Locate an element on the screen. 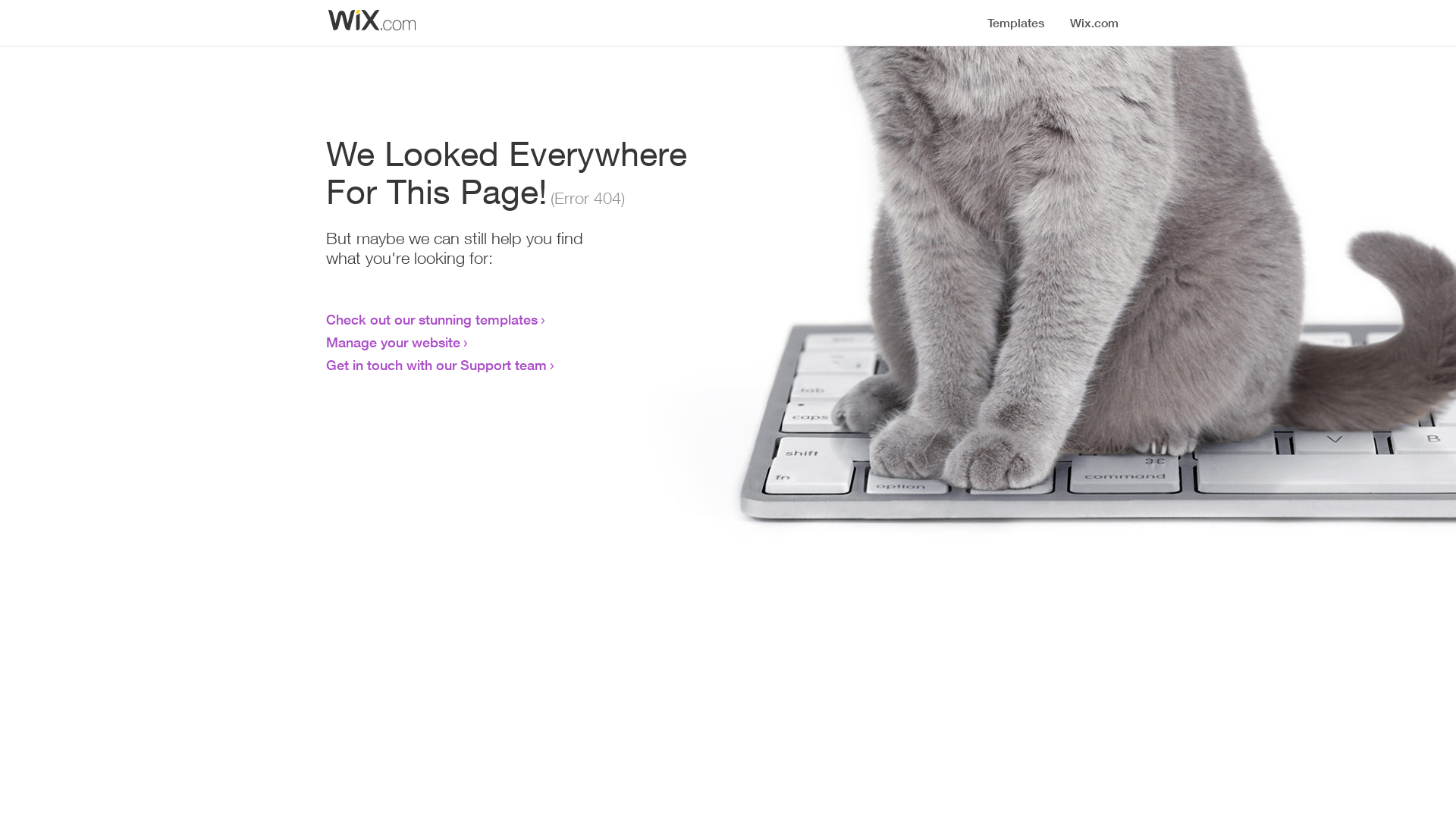  'Check out our stunning templates' is located at coordinates (325, 318).